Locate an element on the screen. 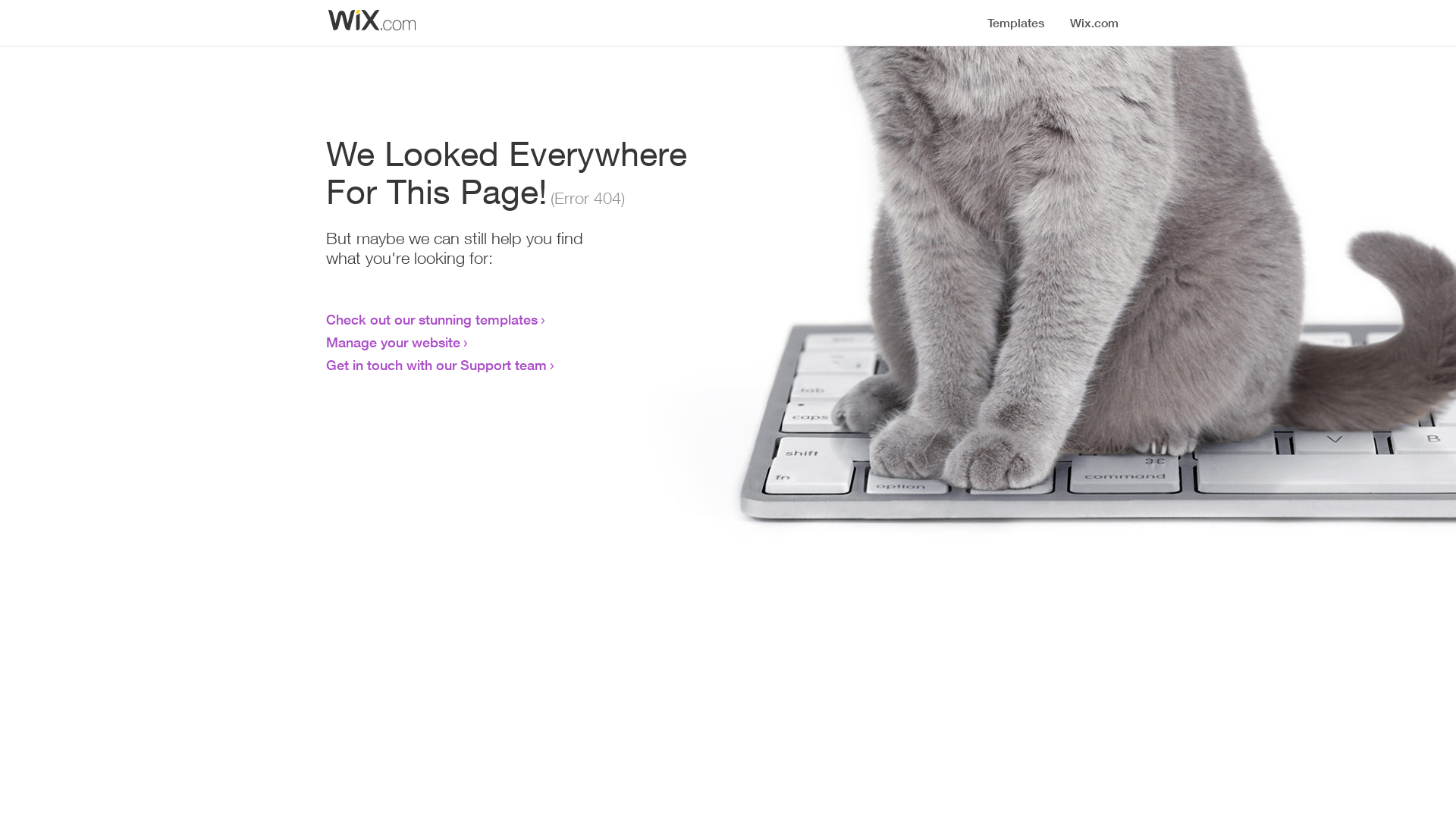  'Check out our stunning templates' is located at coordinates (325, 318).